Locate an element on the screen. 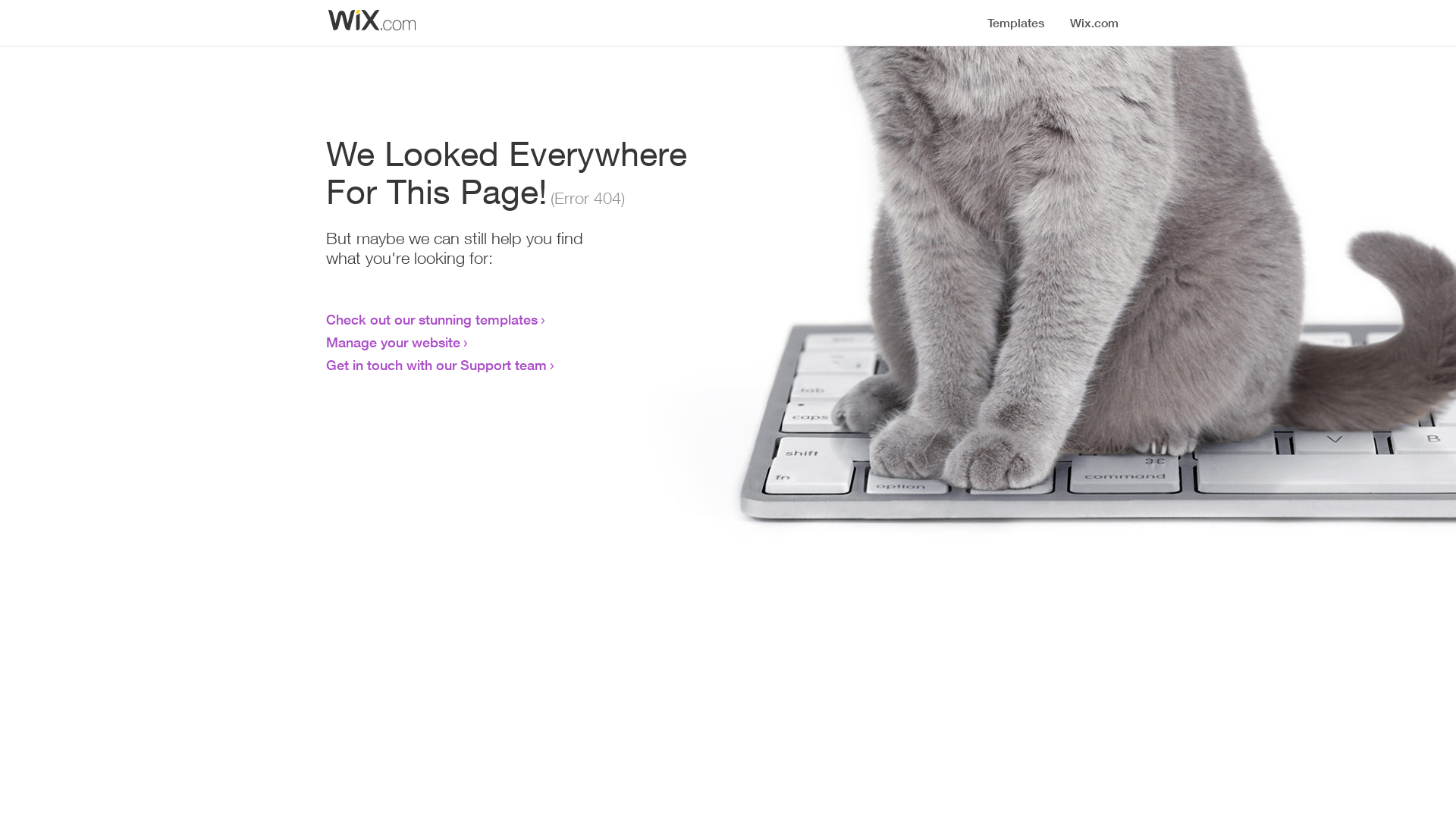  'Check out our stunning templates' is located at coordinates (325, 318).